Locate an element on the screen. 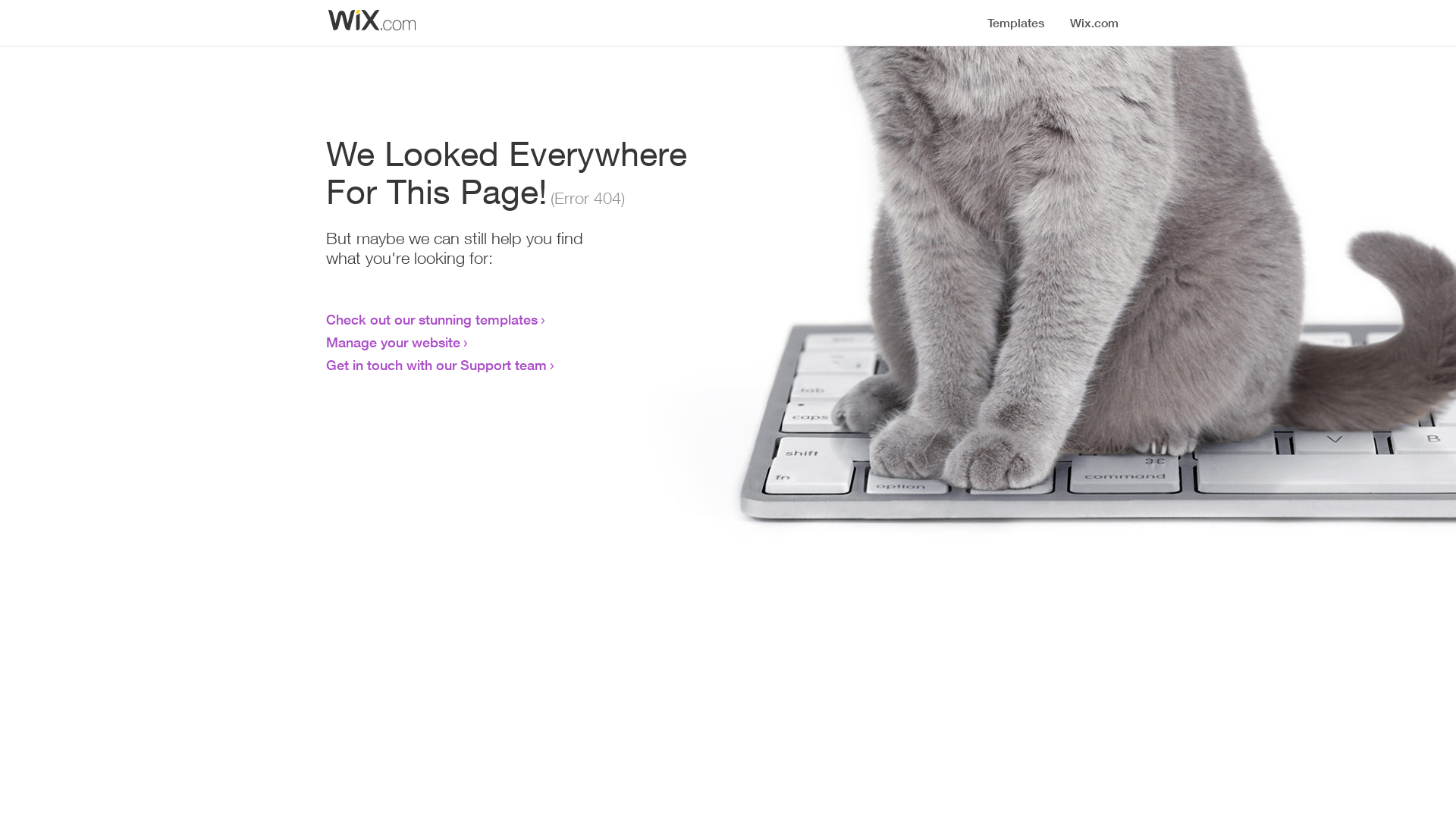  'Check out our stunning templates' is located at coordinates (325, 318).